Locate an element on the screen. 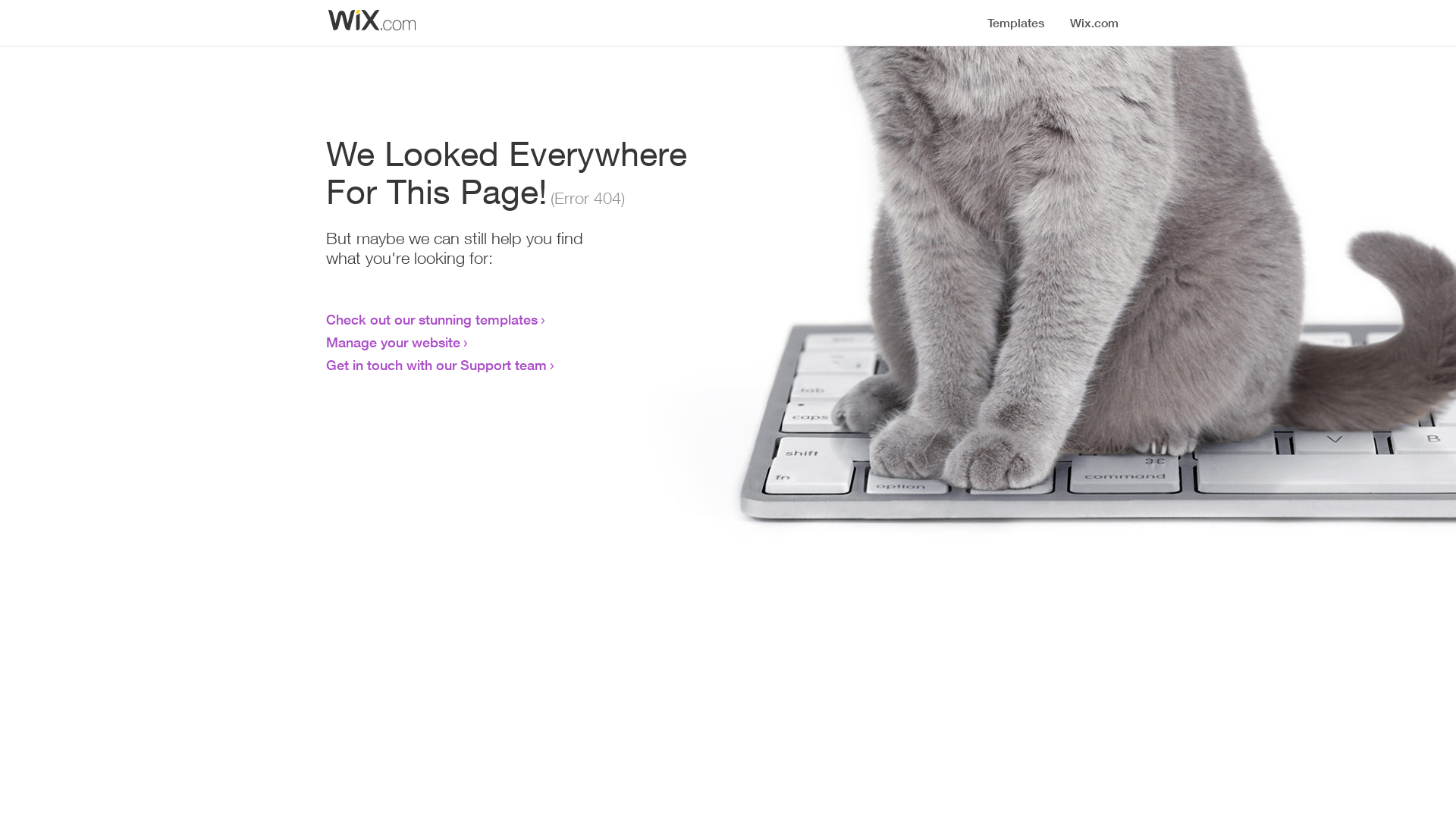  'Check out our stunning templates' is located at coordinates (325, 318).